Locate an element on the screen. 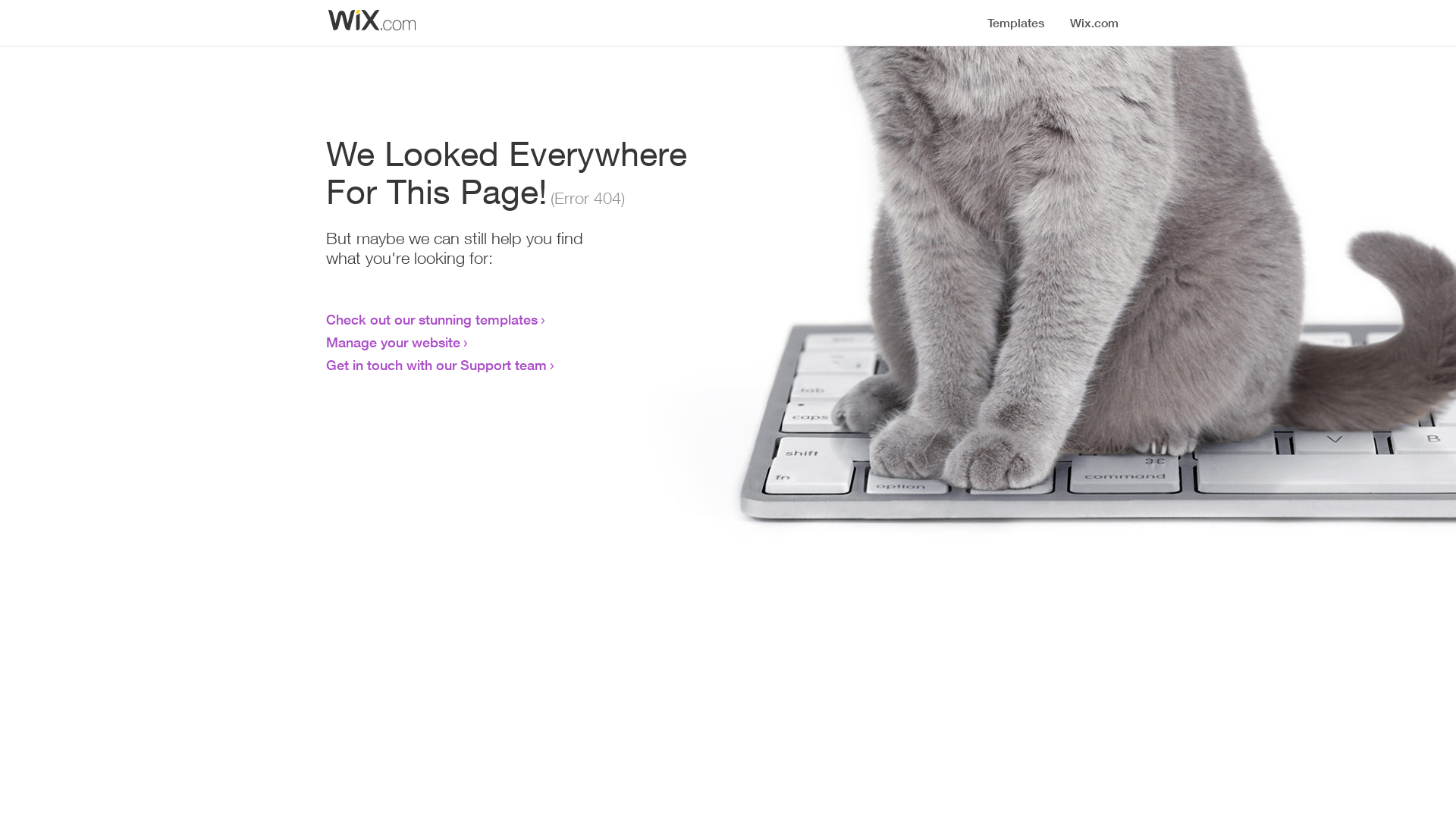  'Check out our stunning templates' is located at coordinates (325, 318).